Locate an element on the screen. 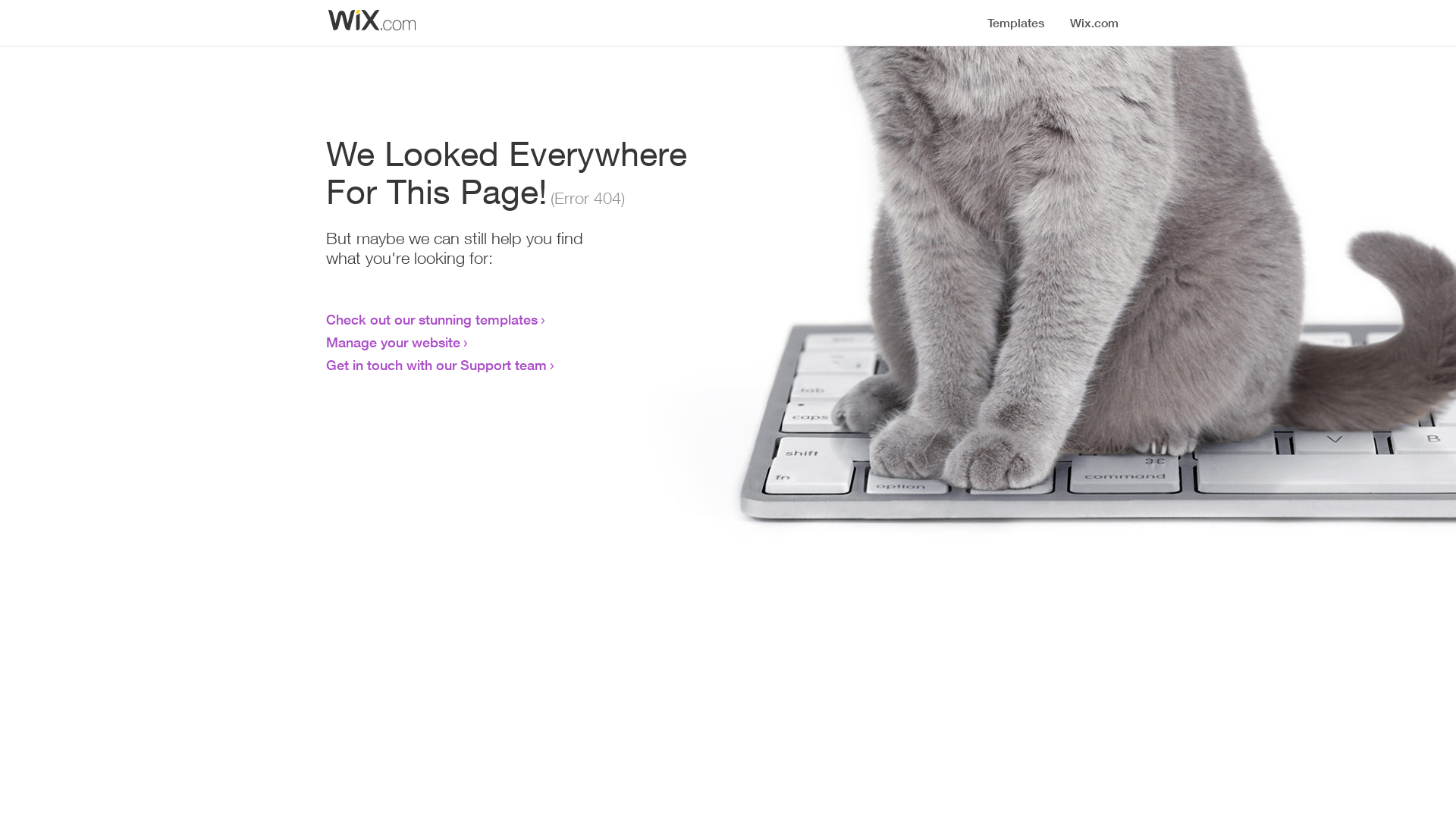  'Check out our stunning templates' is located at coordinates (325, 318).